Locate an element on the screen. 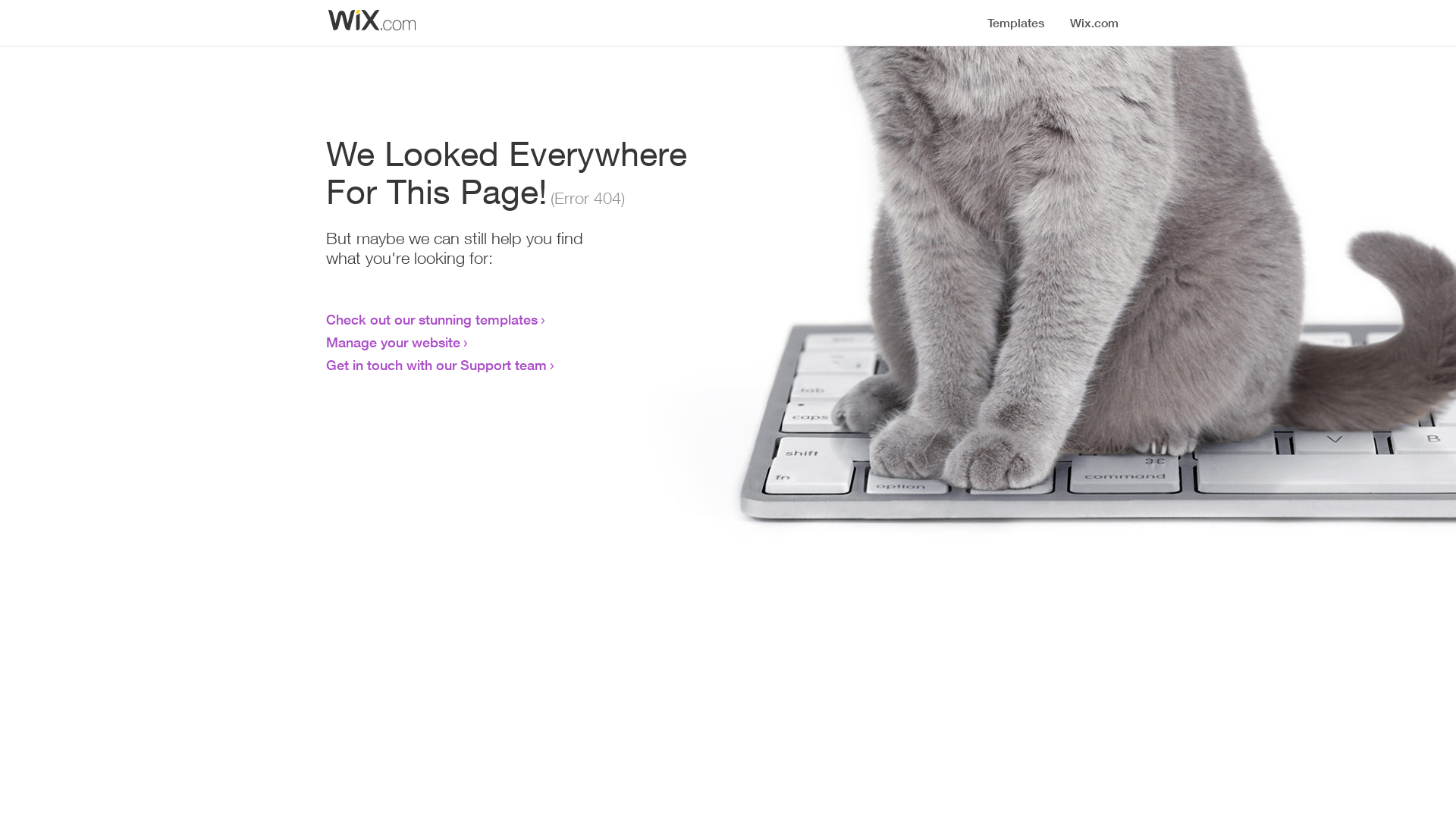  'Check out our stunning templates' is located at coordinates (325, 318).